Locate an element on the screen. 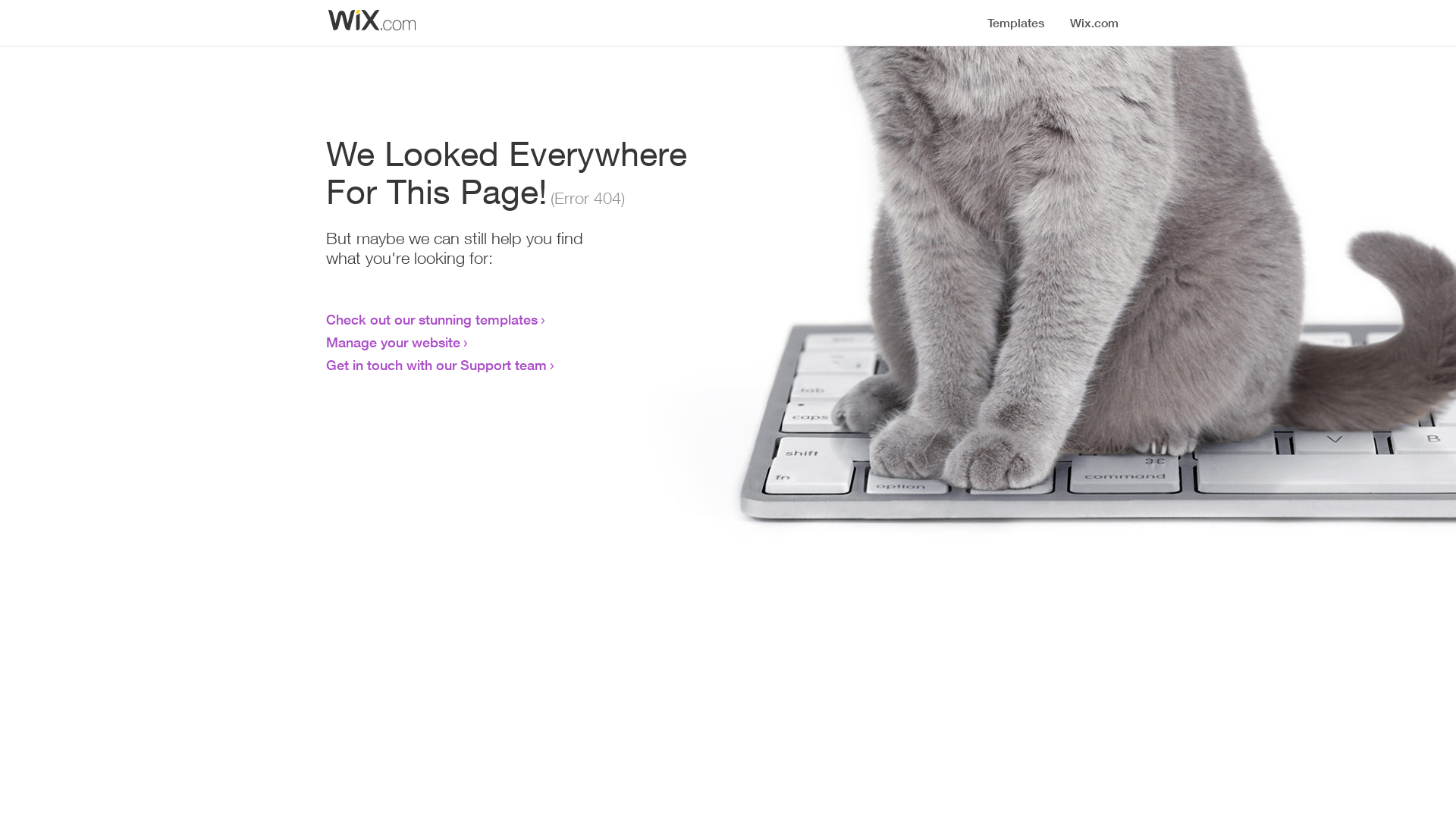  'Check out our stunning templates' is located at coordinates (325, 318).